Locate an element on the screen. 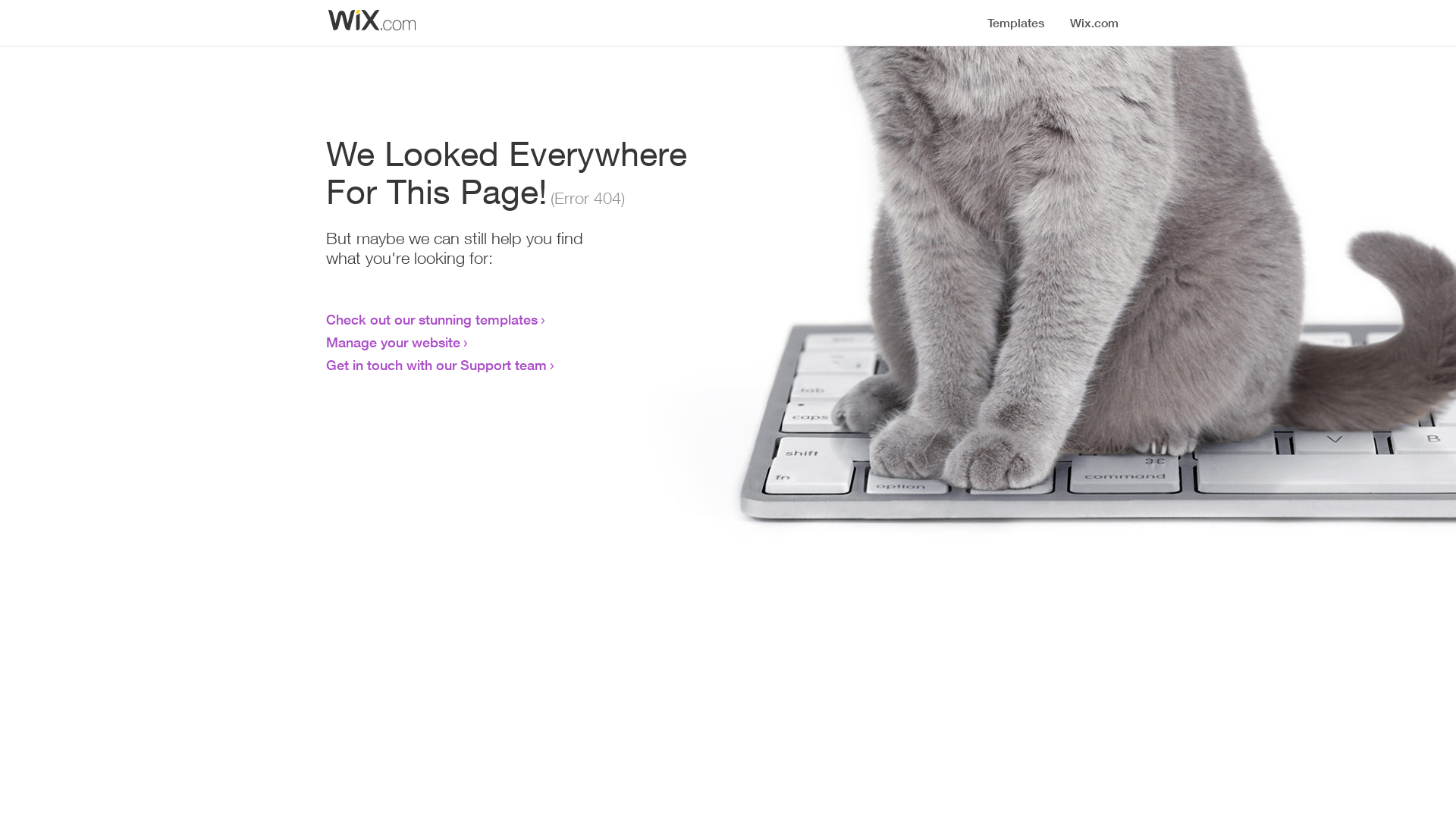  'Check out our stunning templates' is located at coordinates (325, 318).